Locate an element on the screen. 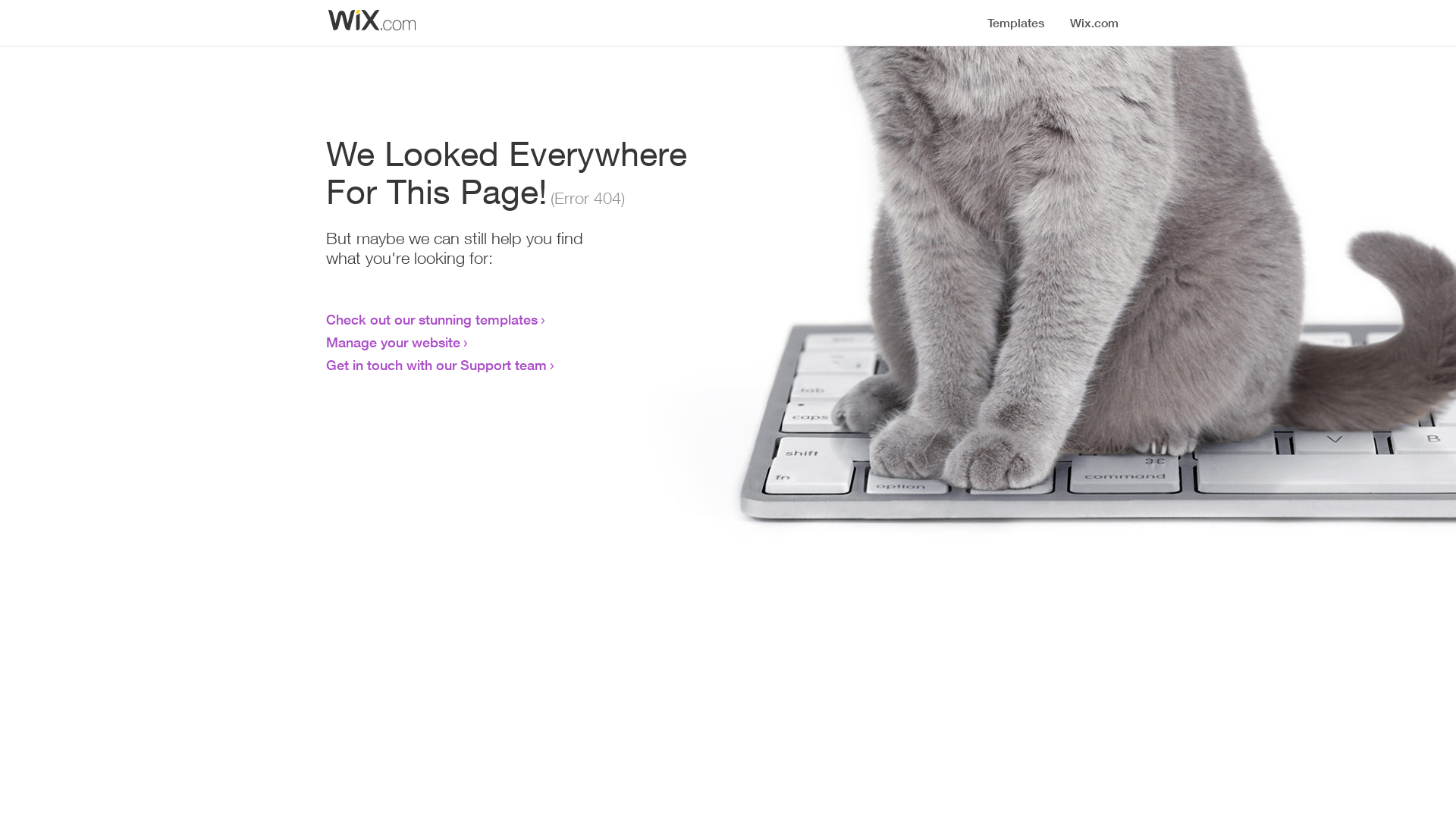  'Check out our stunning templates' is located at coordinates (325, 318).